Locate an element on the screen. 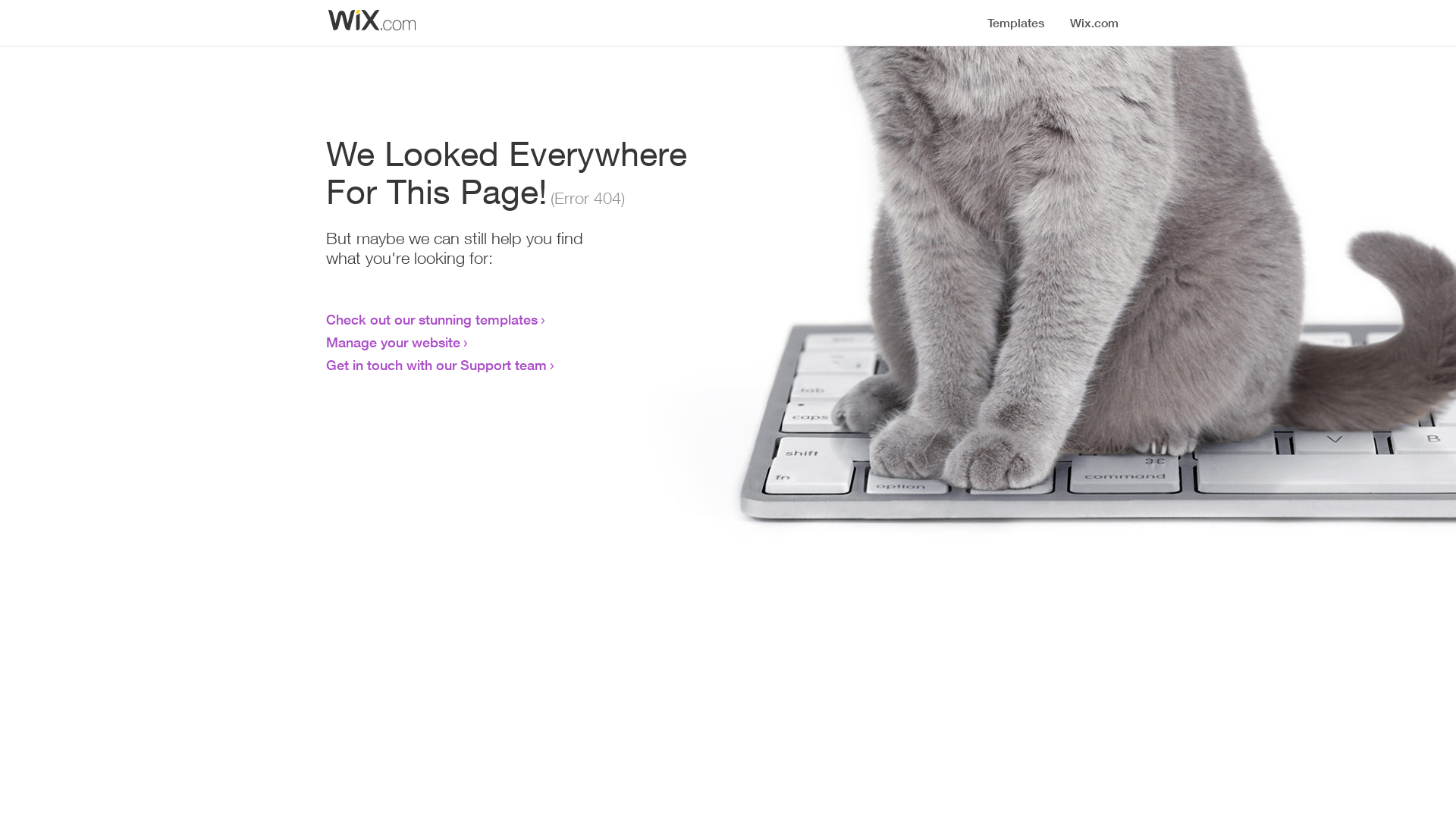  'Check out our stunning templates' is located at coordinates (325, 318).